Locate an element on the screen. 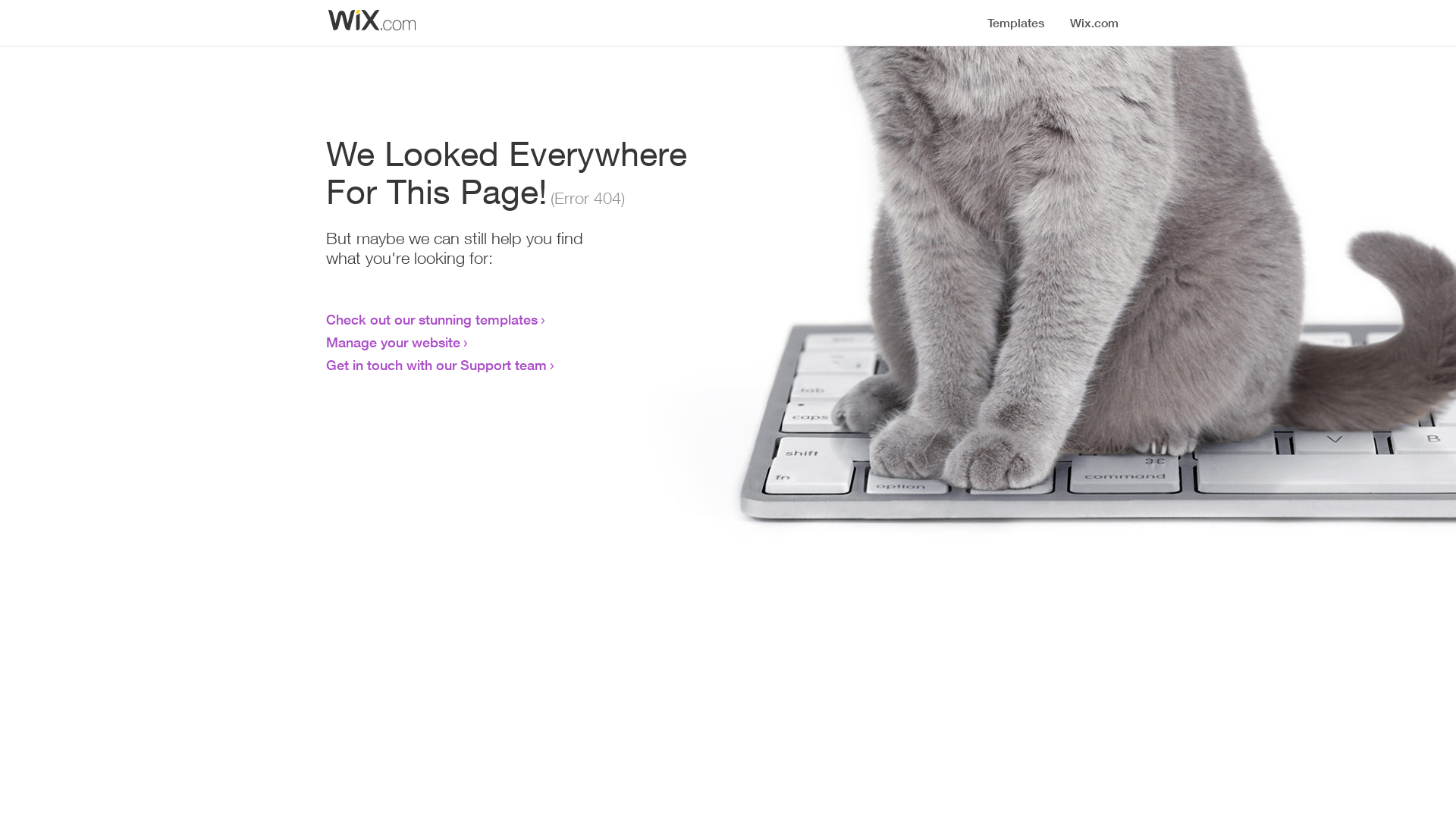  'Check out our stunning templates' is located at coordinates (325, 318).